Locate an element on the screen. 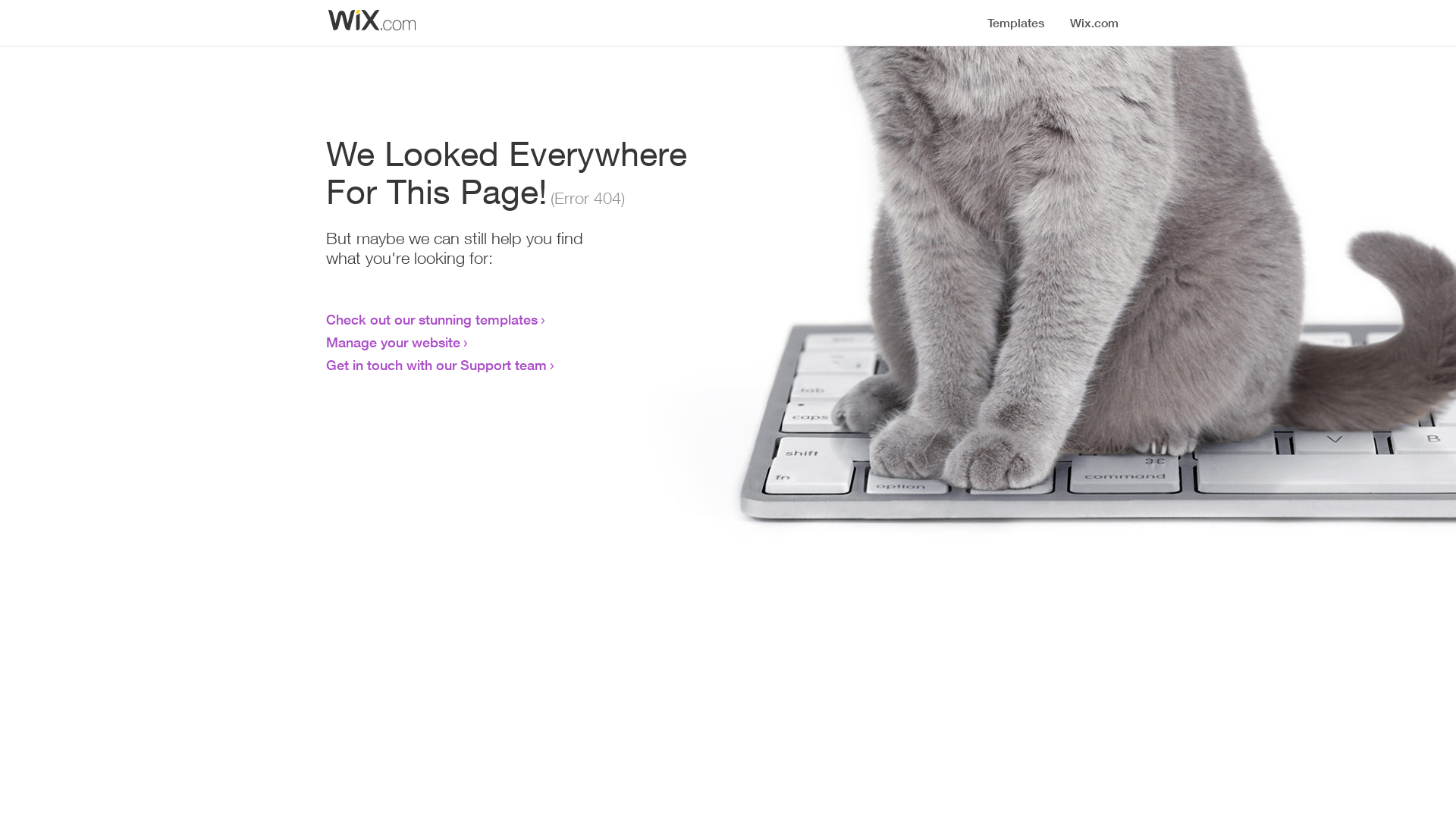  'Check out our stunning templates' is located at coordinates (325, 318).